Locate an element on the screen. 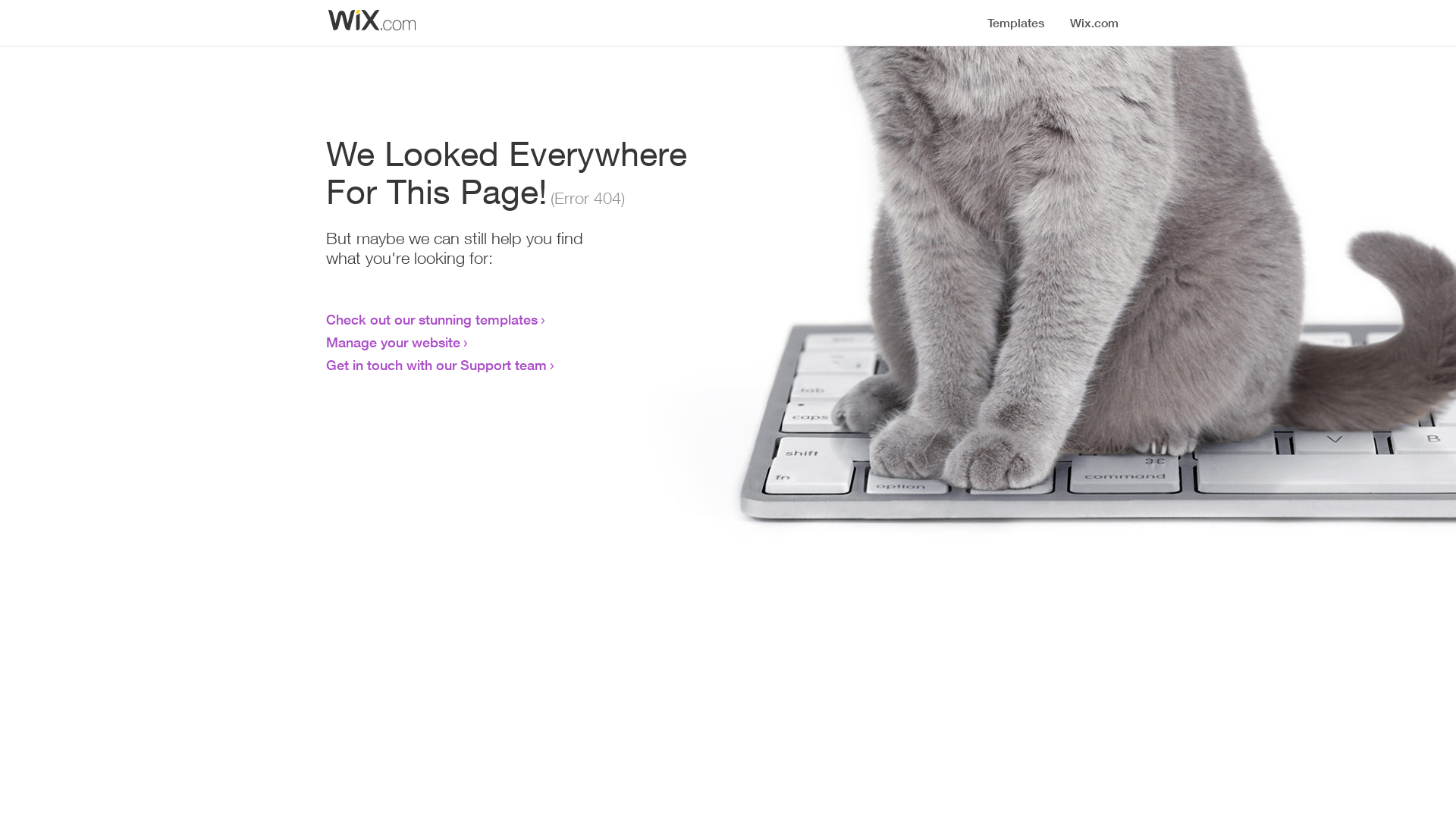  'Check out our stunning templates' is located at coordinates (325, 318).